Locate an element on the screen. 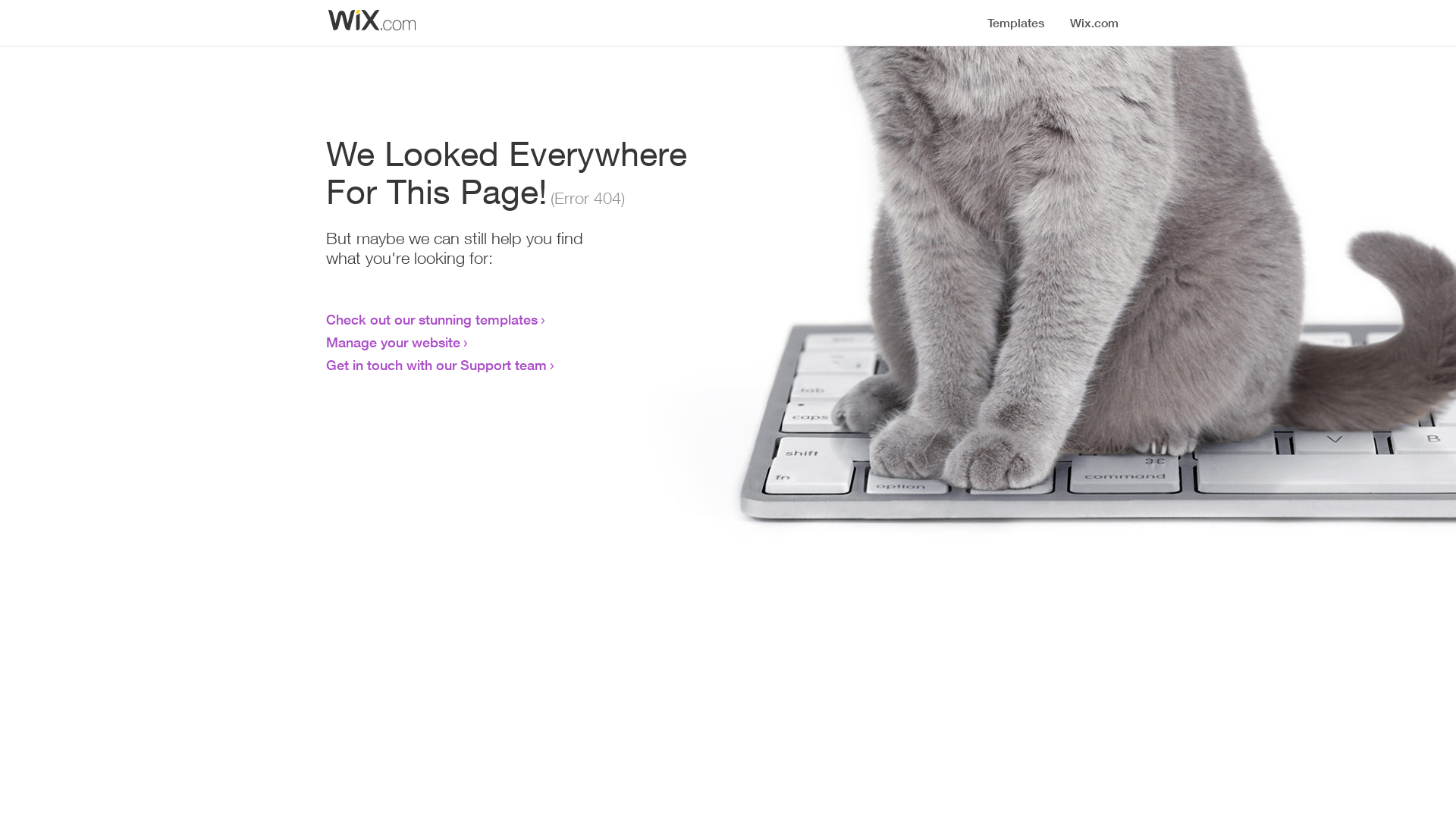  'Check out our stunning templates' is located at coordinates (325, 318).